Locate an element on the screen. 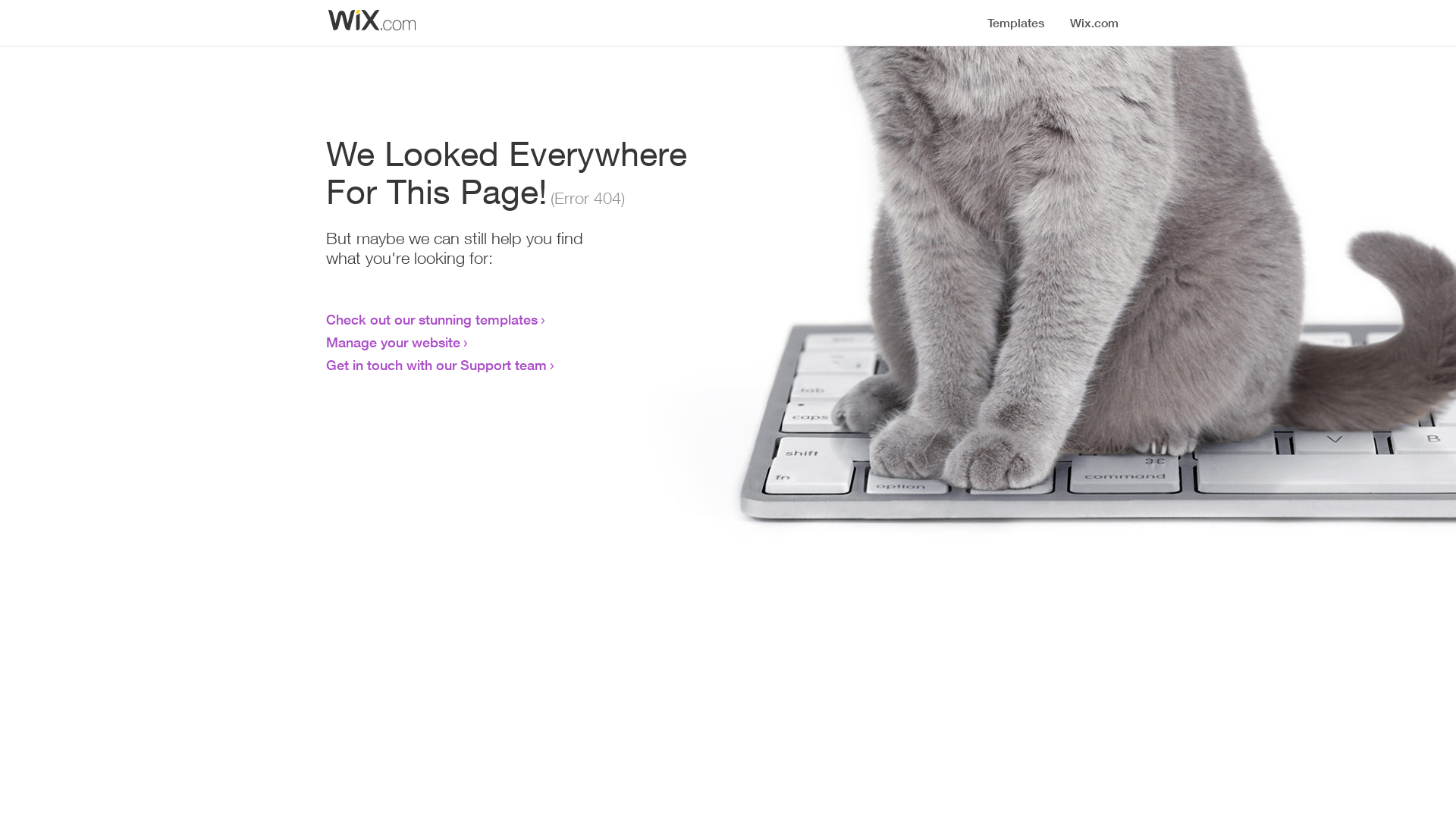  'Check out our stunning templates' is located at coordinates (325, 318).